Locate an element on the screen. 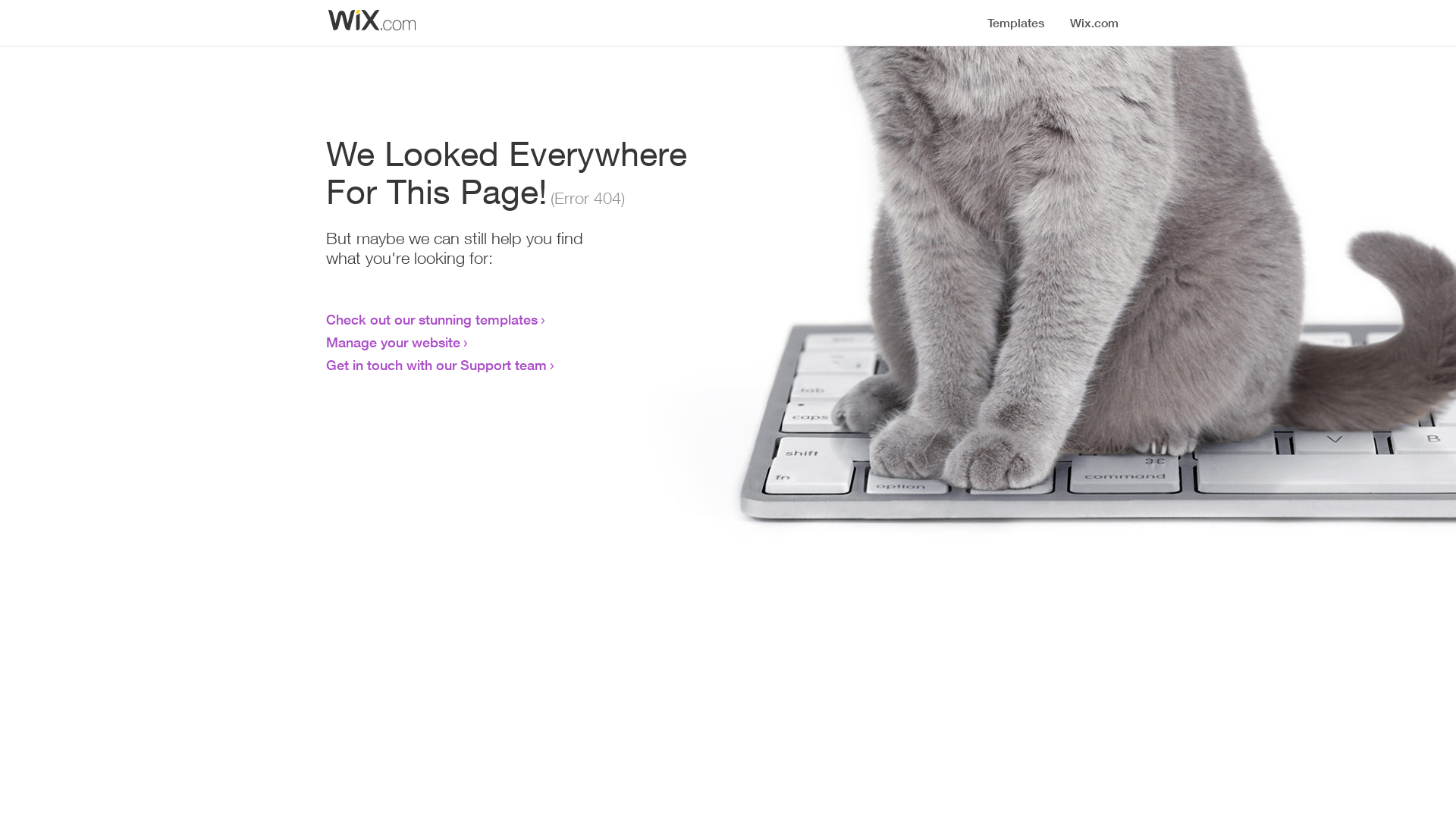  'Check out our stunning templates' is located at coordinates (325, 318).